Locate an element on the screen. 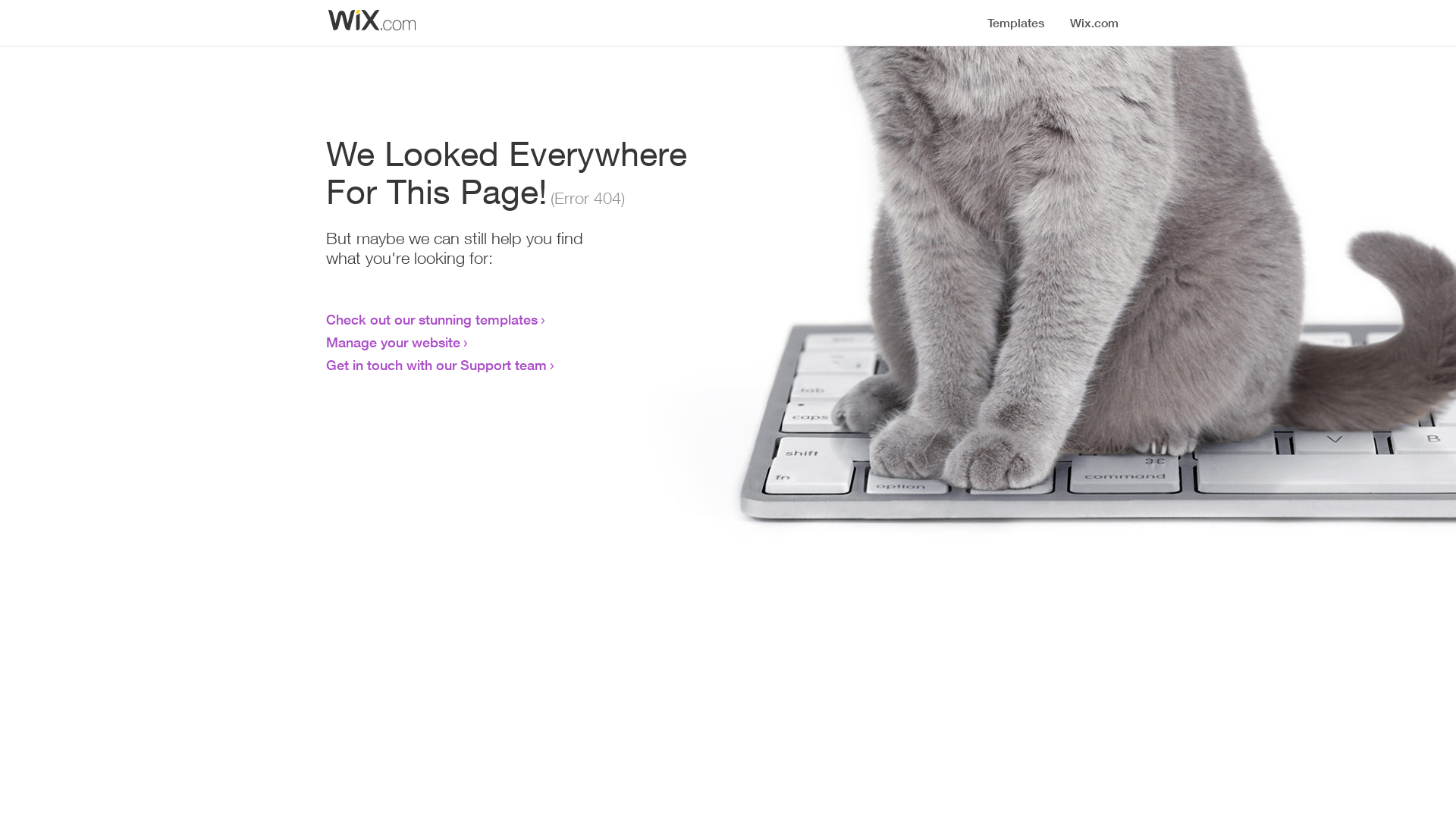  'Check out our stunning templates' is located at coordinates (325, 318).